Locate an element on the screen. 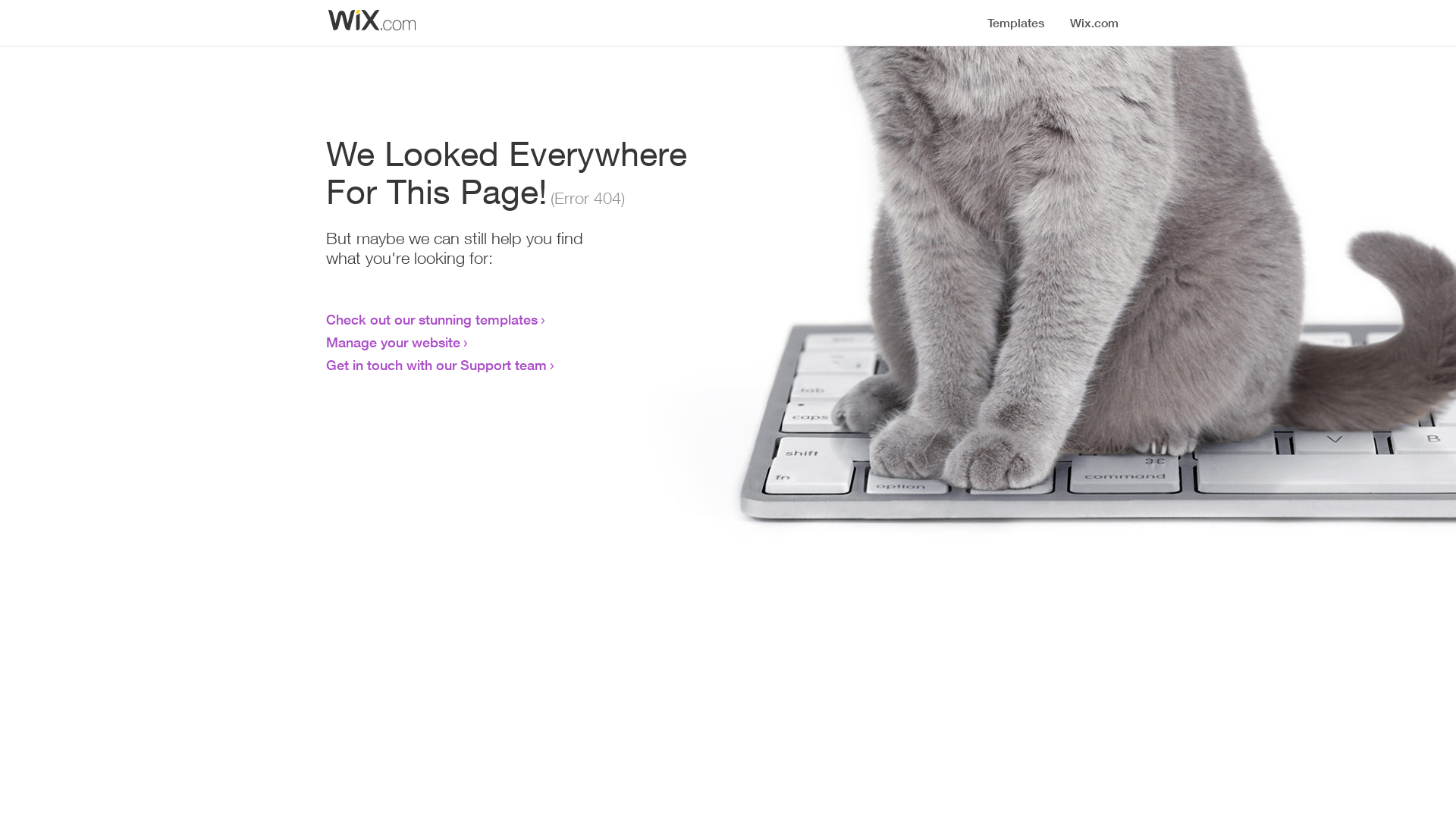  'Check out our stunning templates' is located at coordinates (325, 318).